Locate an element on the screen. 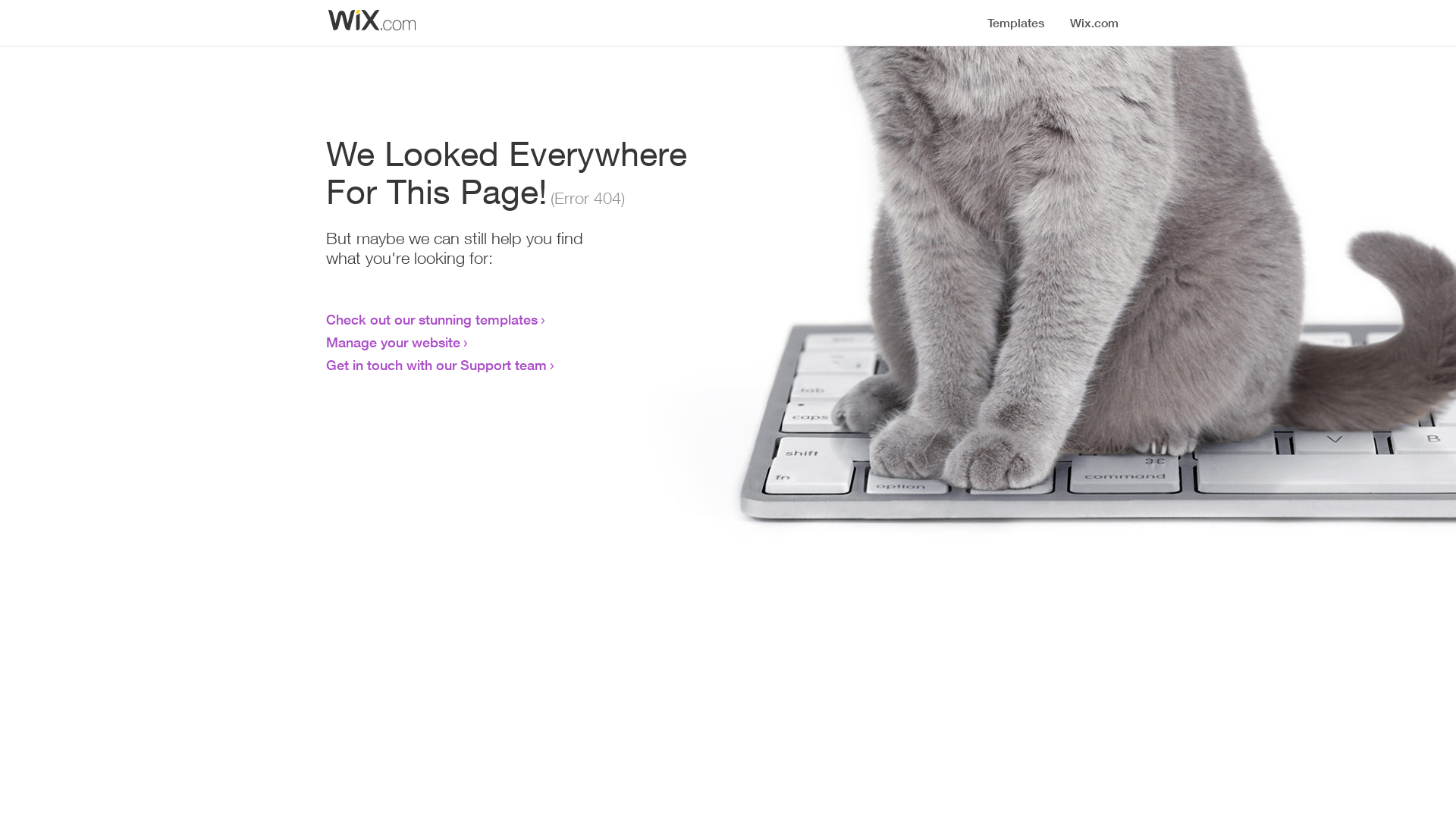  'Check out our stunning templates' is located at coordinates (325, 318).